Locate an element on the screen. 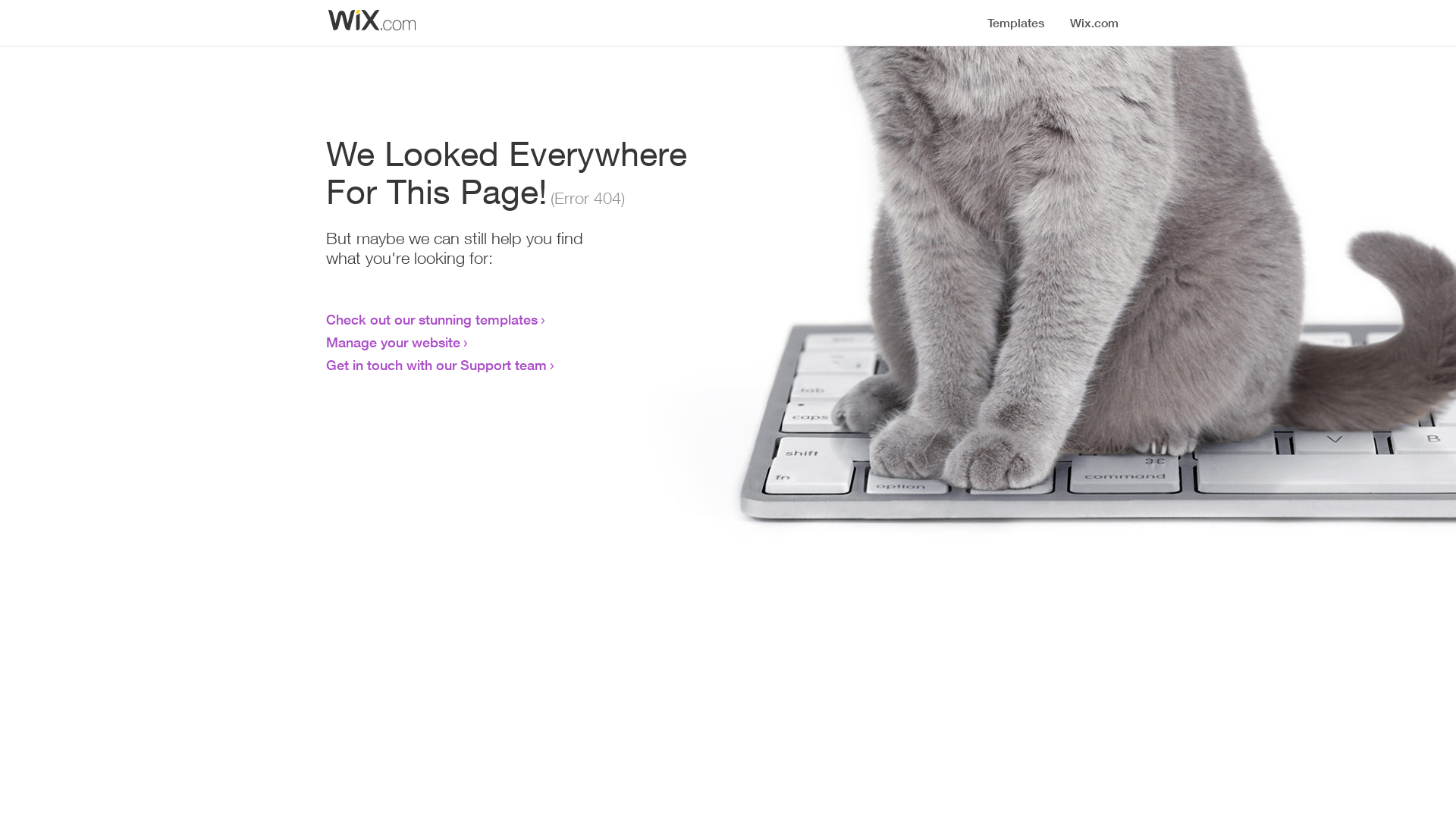  'Check out our stunning templates' is located at coordinates (325, 318).